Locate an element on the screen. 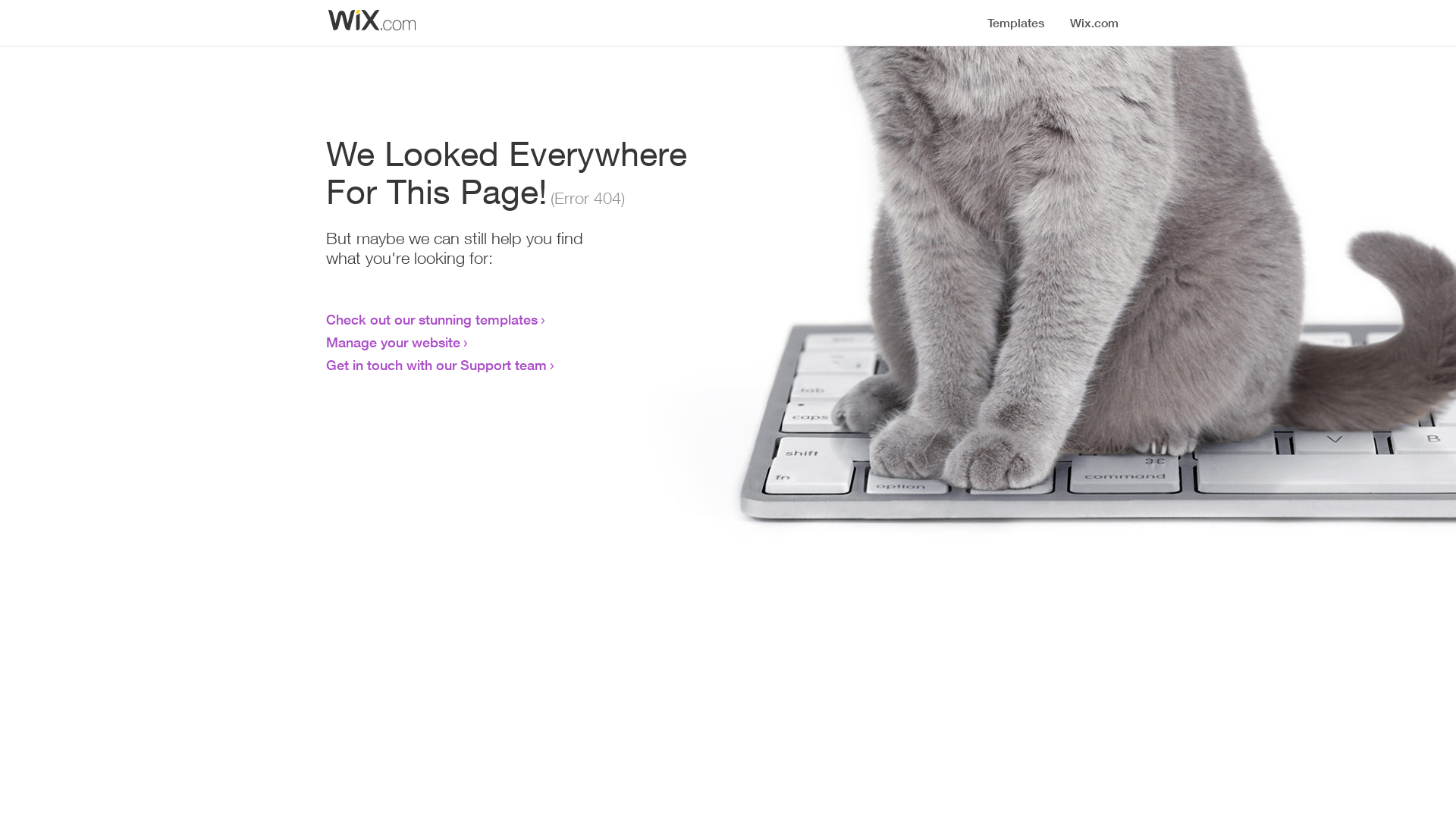  'Check out our stunning templates' is located at coordinates (325, 318).